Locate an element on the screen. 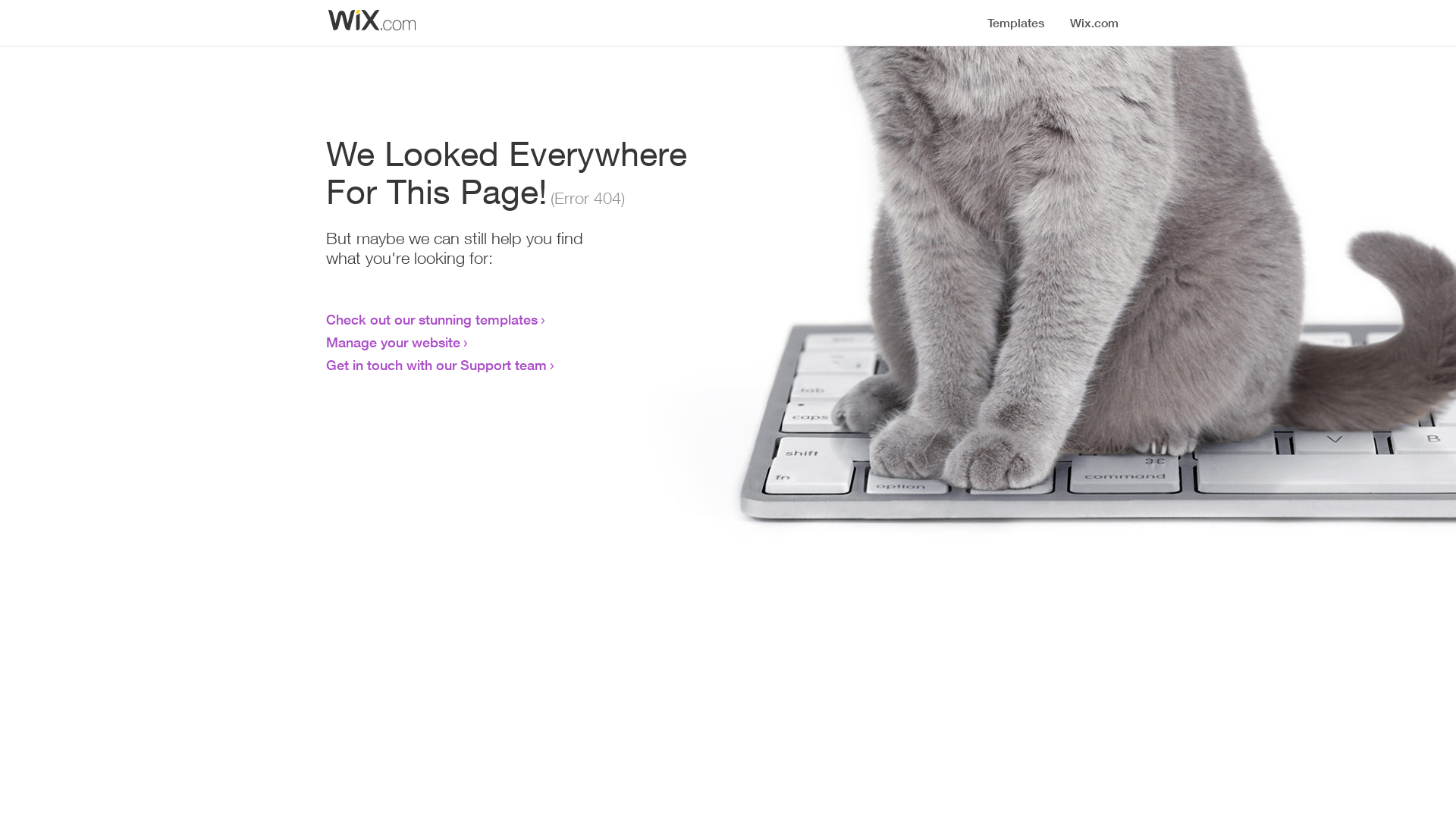  'Check out our stunning templates' is located at coordinates (325, 318).